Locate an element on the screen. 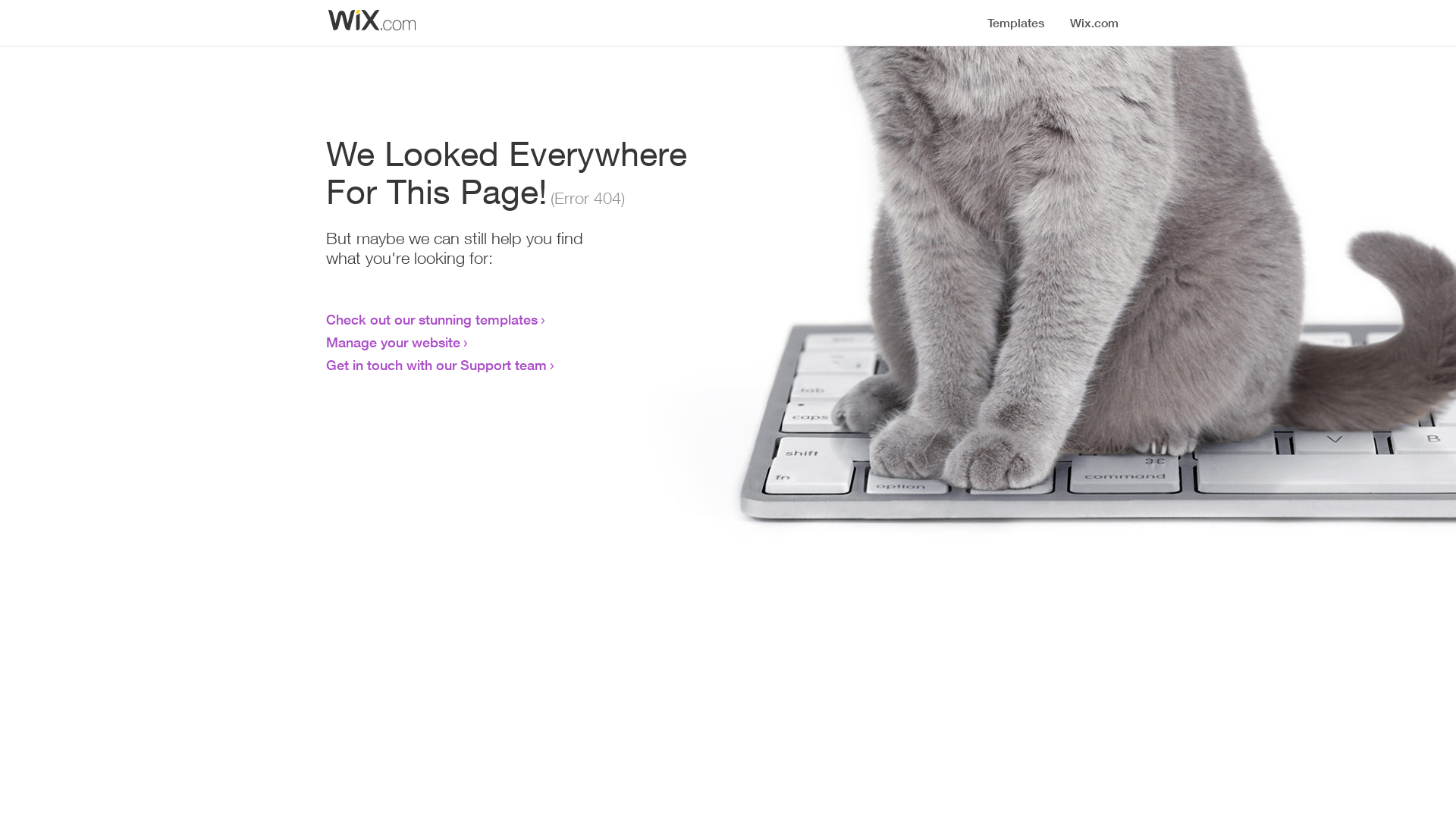  'Check out our stunning templates' is located at coordinates (325, 318).